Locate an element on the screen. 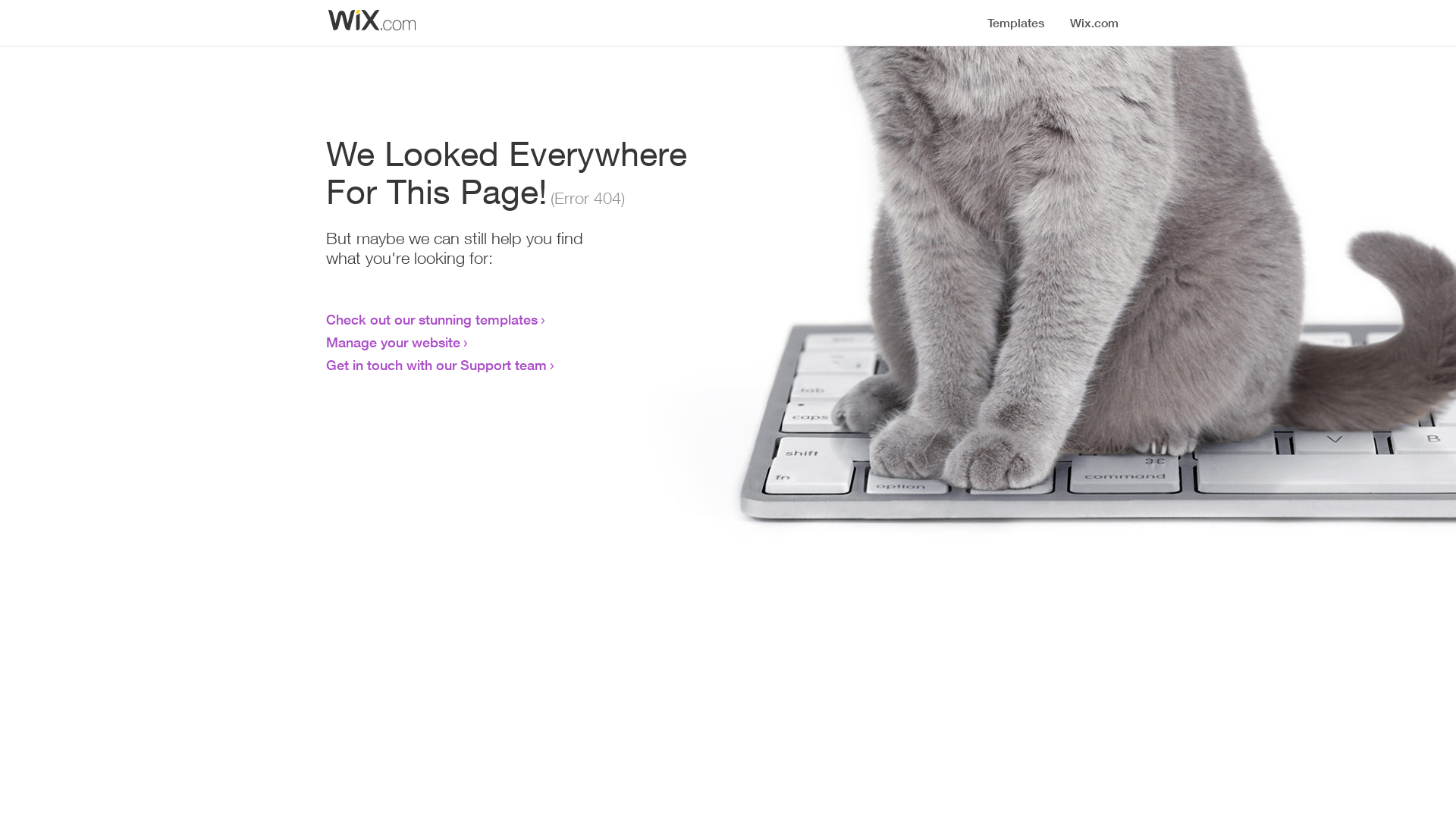  'Check out our stunning templates' is located at coordinates (325, 318).